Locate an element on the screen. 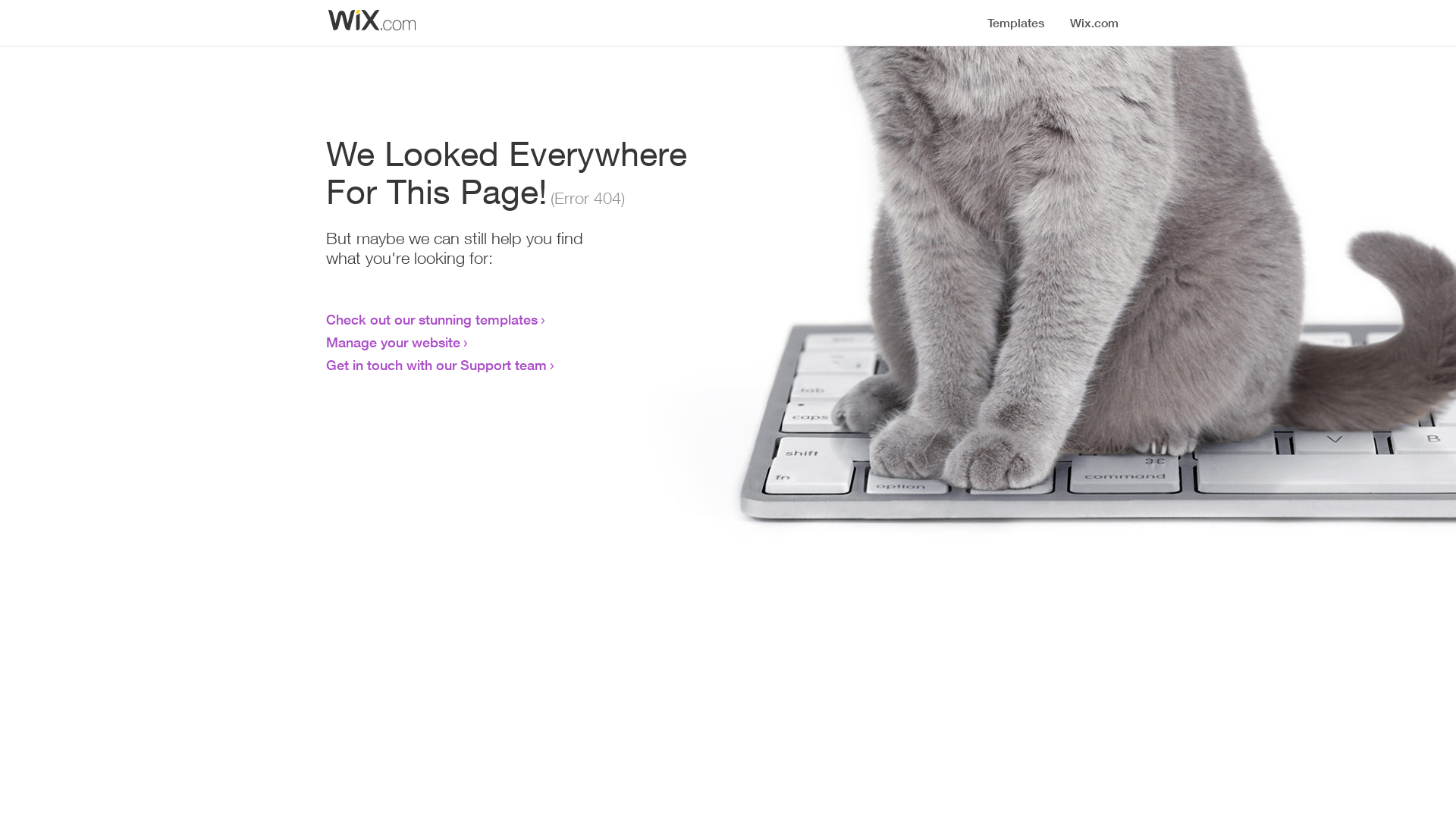  'Check out our stunning templates' is located at coordinates (325, 318).